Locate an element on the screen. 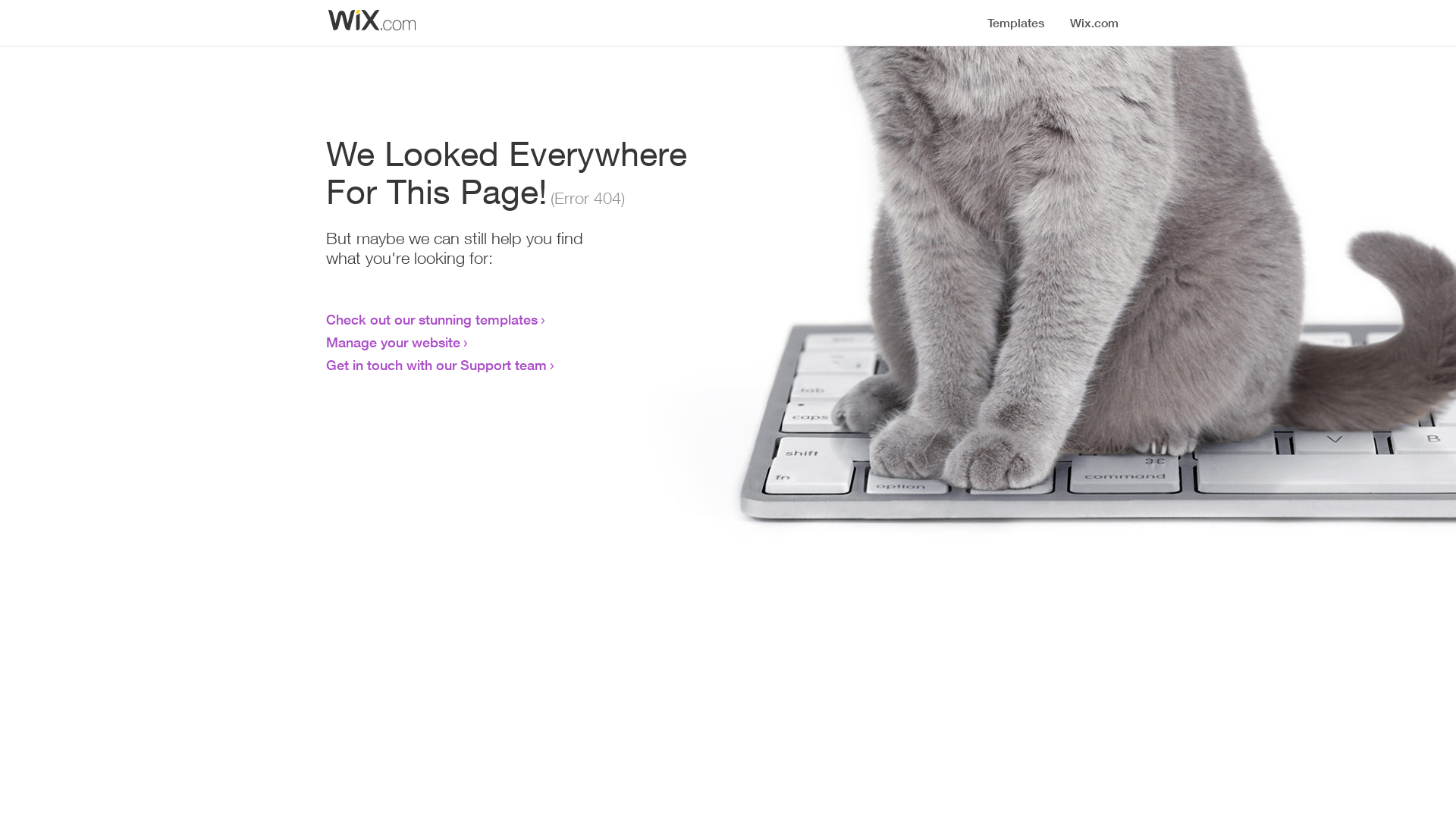  'Check out our stunning templates' is located at coordinates (325, 318).